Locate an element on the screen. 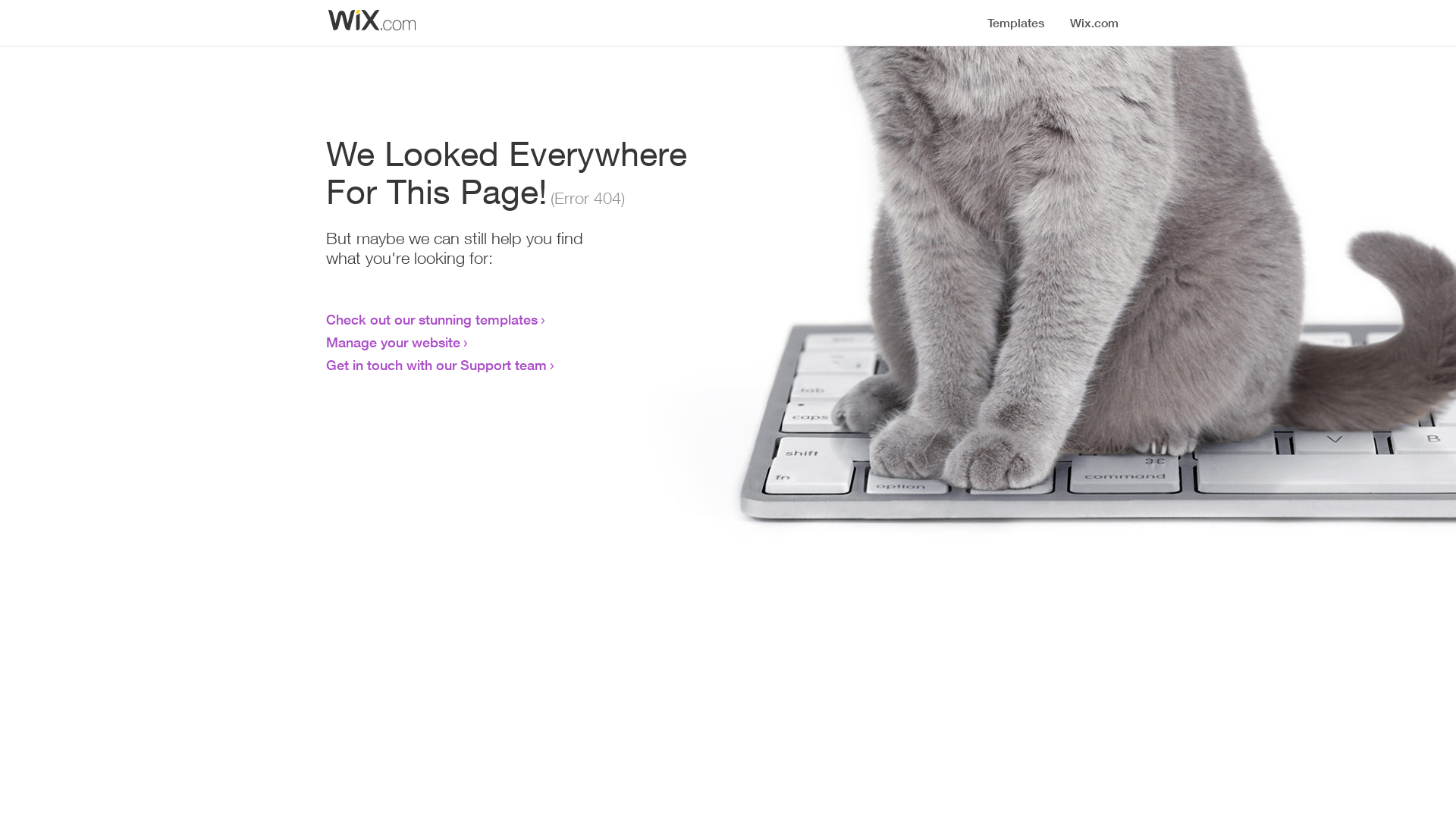  'Check out our stunning templates' is located at coordinates (325, 318).